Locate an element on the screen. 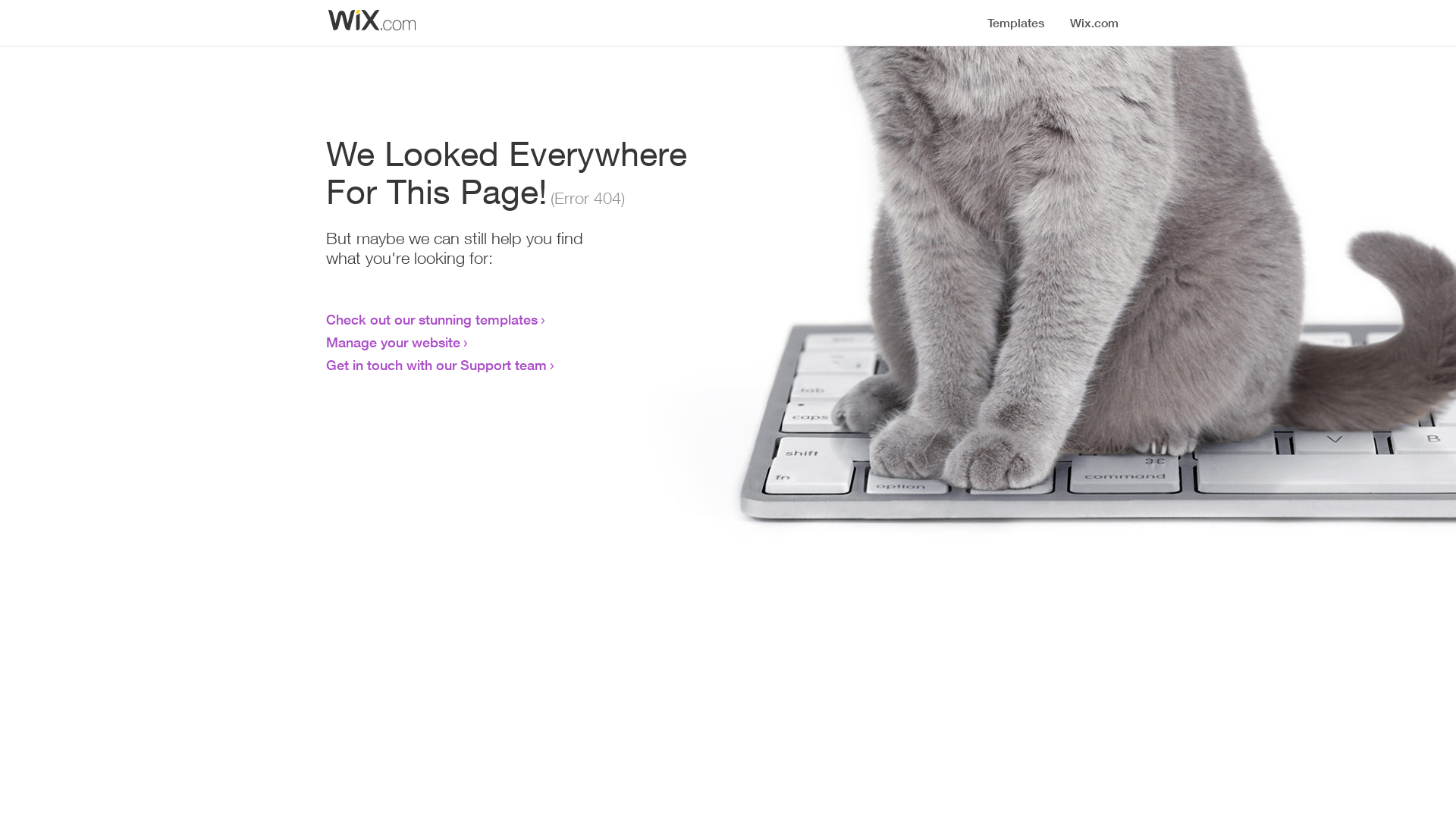  'Check out our stunning templates' is located at coordinates (325, 318).